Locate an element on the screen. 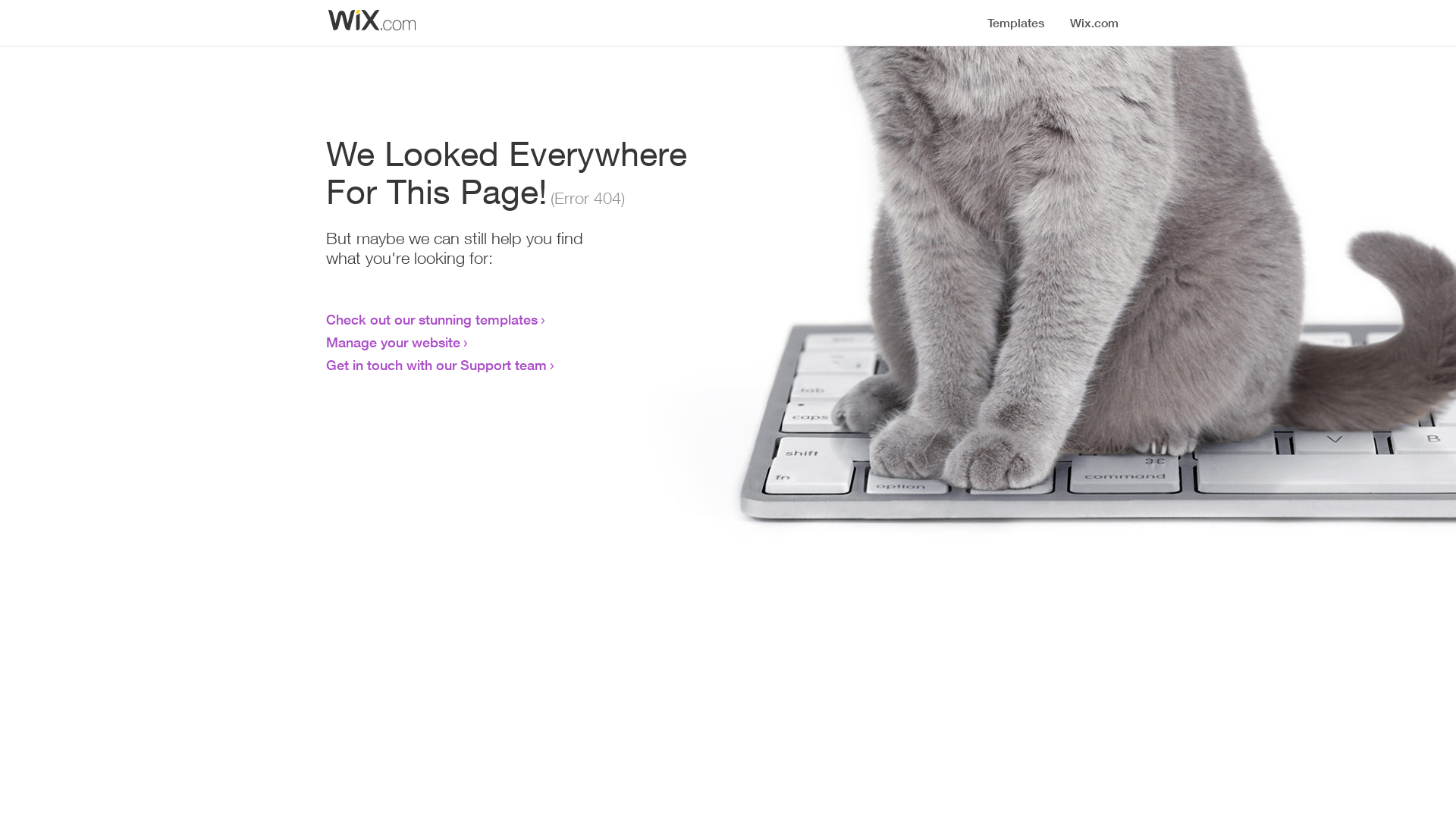  'Check out our stunning templates' is located at coordinates (325, 318).